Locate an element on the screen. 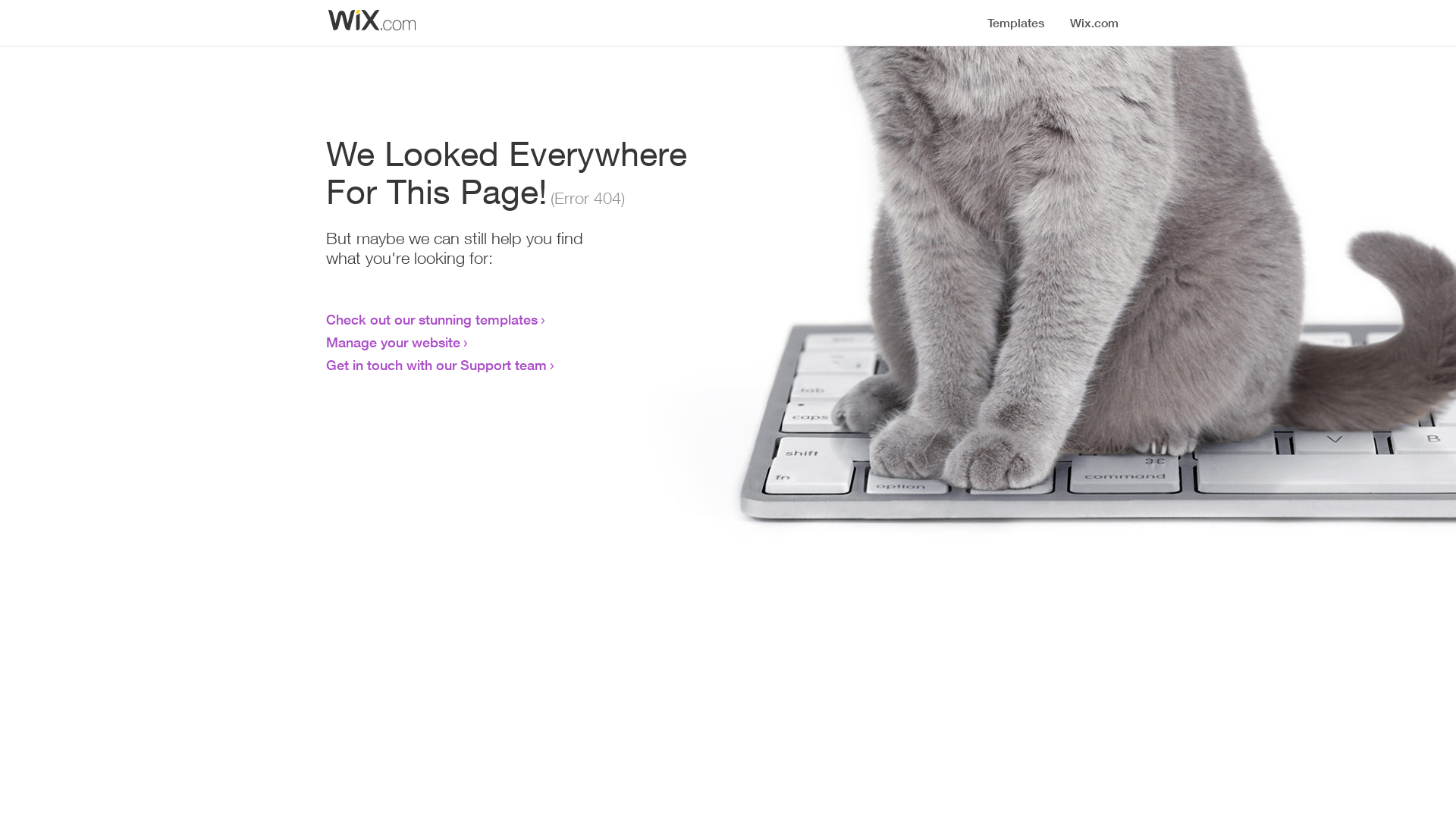  'Check out our stunning templates' is located at coordinates (325, 318).